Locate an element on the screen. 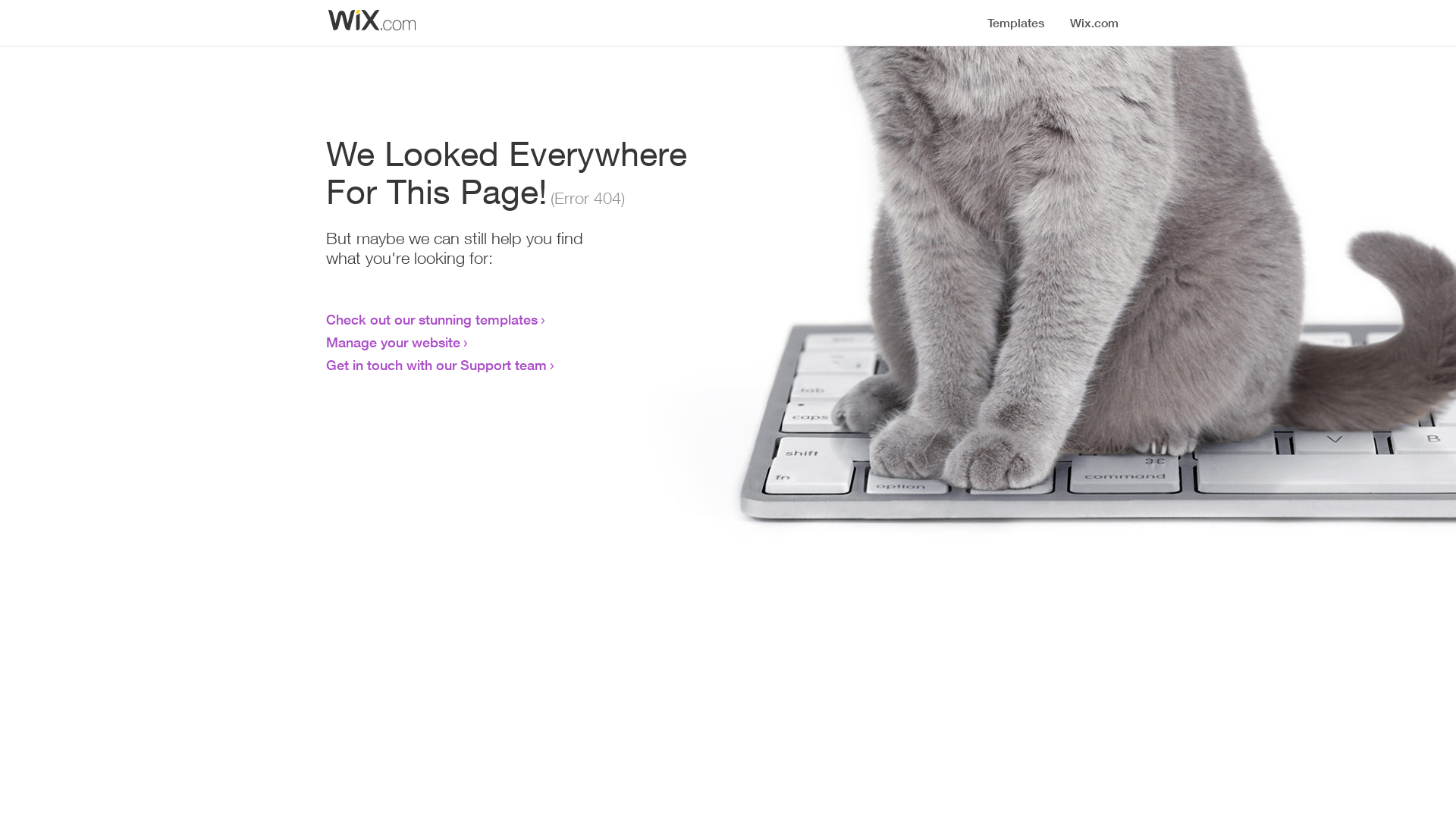  'Check out our stunning templates' is located at coordinates (325, 318).